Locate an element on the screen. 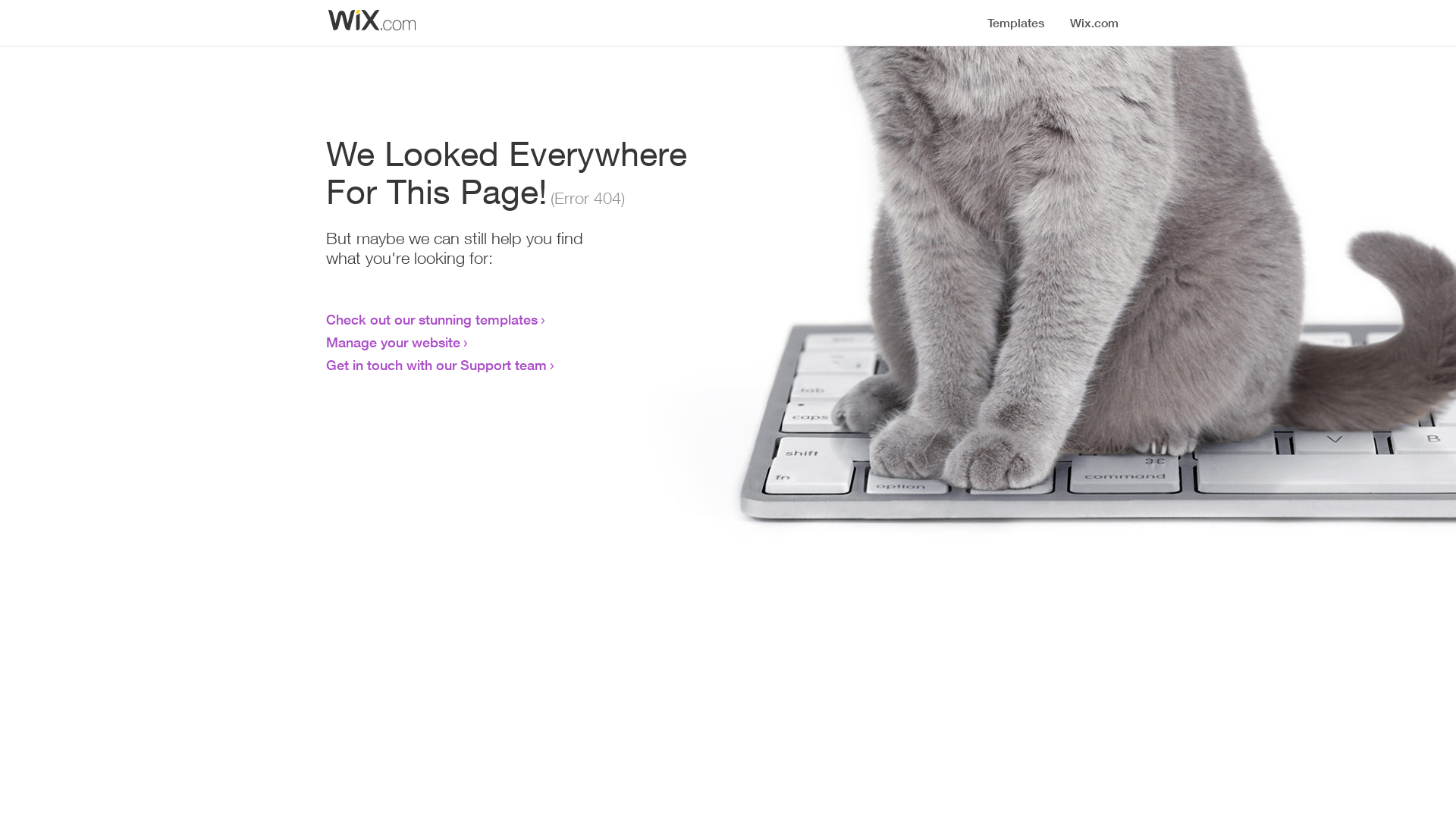  'Check out our stunning templates' is located at coordinates (325, 318).